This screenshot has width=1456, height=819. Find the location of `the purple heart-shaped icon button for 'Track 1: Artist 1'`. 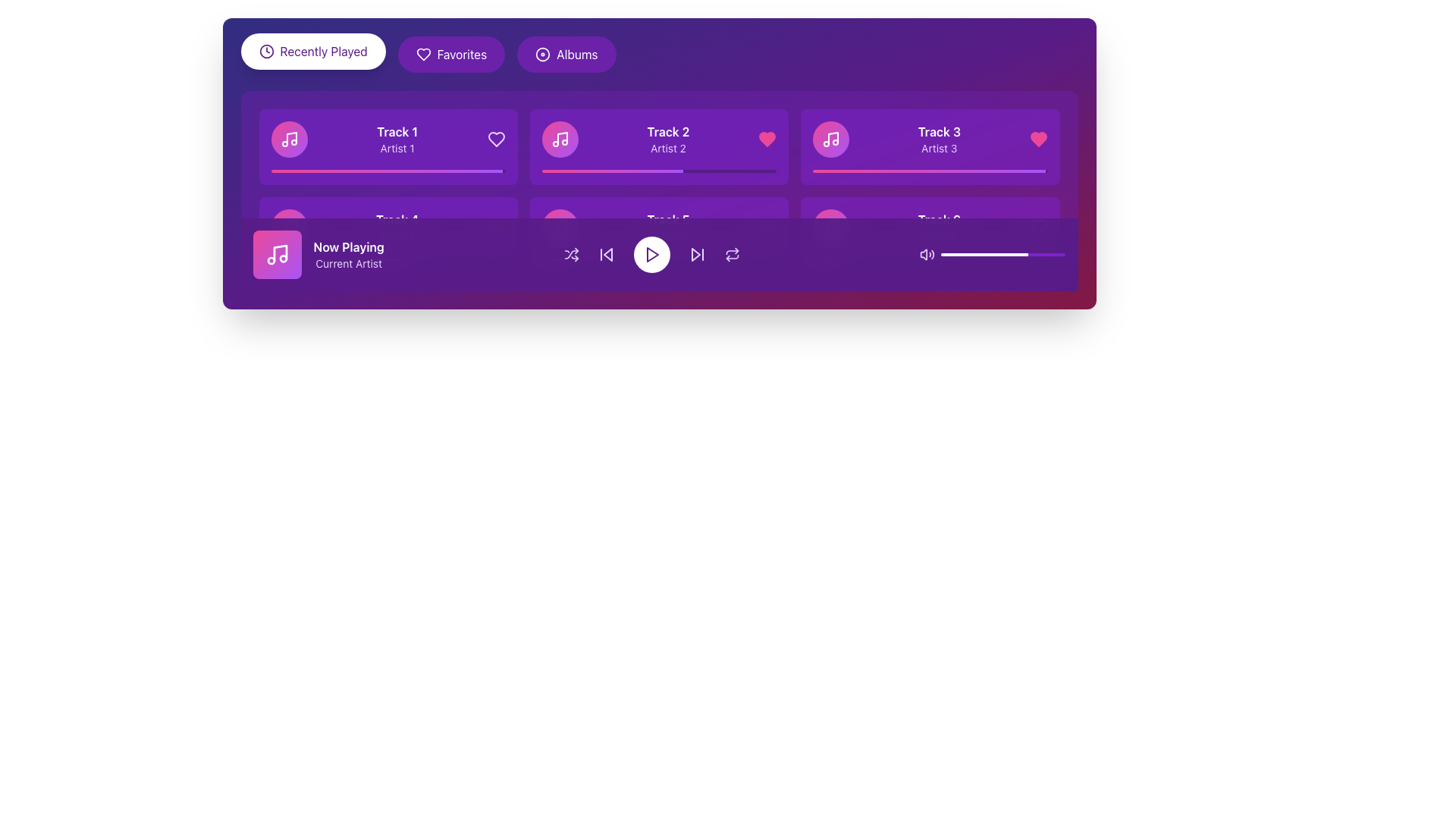

the purple heart-shaped icon button for 'Track 1: Artist 1' is located at coordinates (496, 140).